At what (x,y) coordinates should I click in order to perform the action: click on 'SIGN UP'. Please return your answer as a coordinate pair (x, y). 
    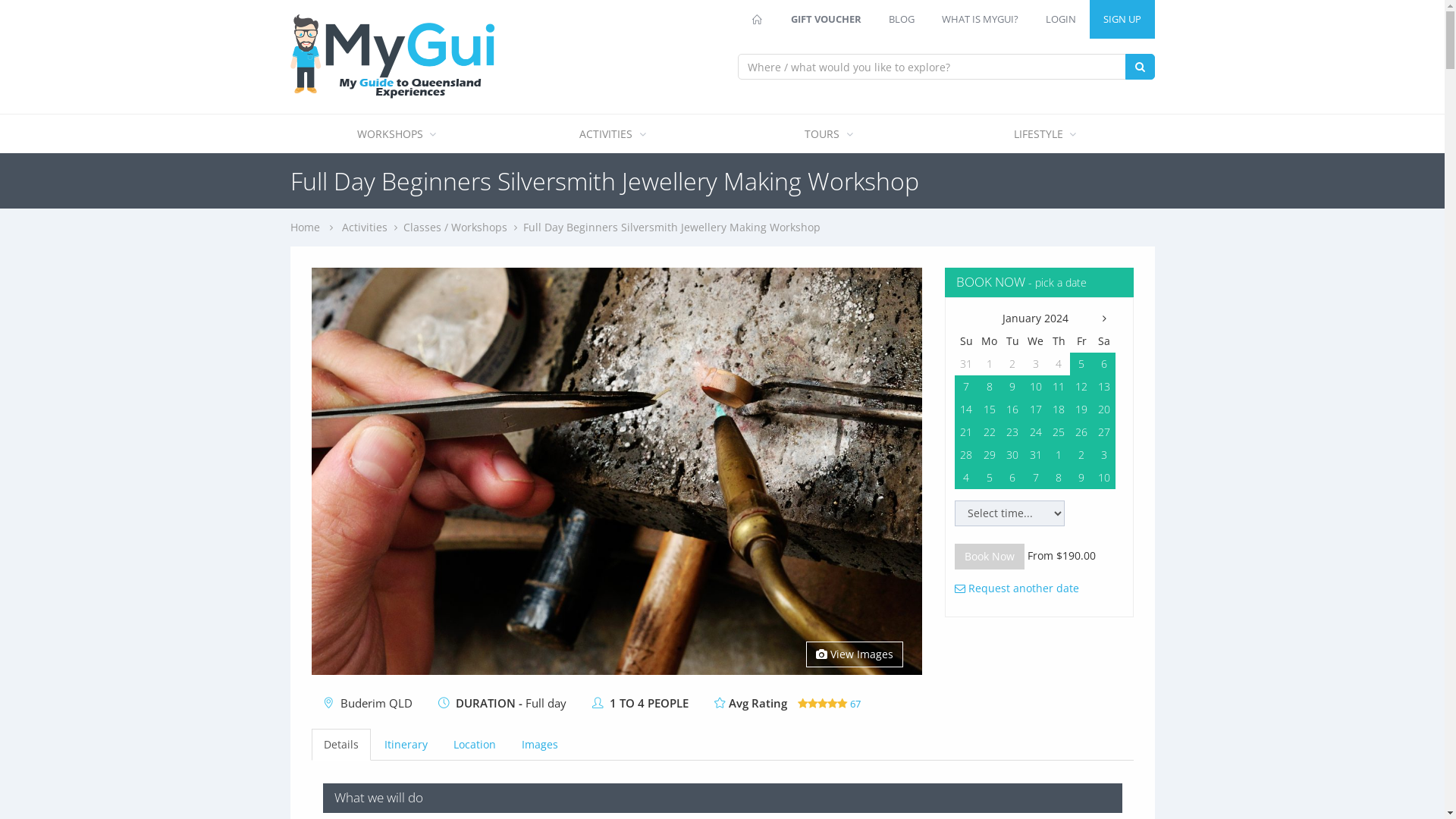
    Looking at the image, I should click on (1121, 19).